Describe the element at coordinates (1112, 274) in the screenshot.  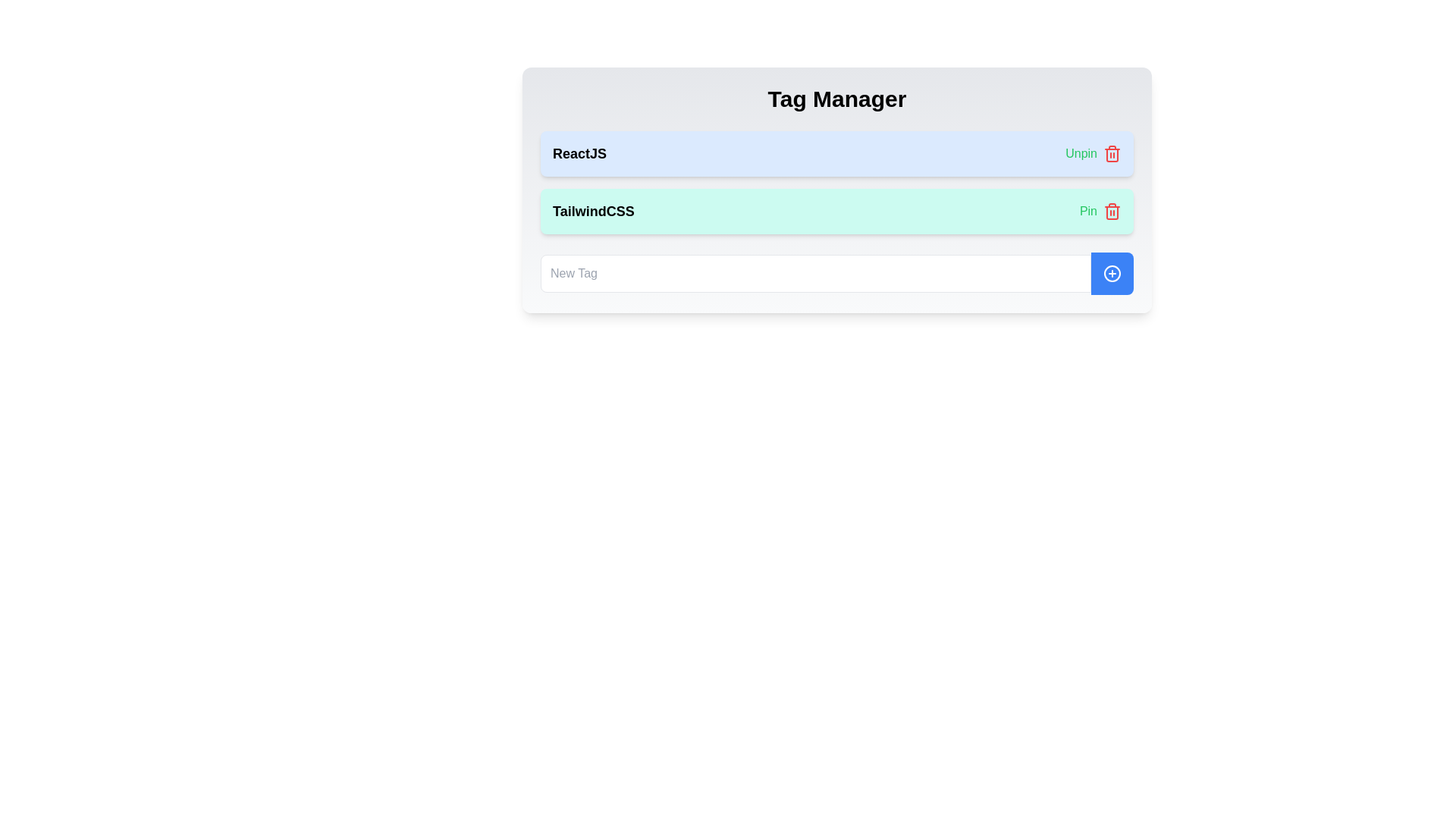
I see `the blue, rounded rectangle button located at the bottom-right of the interface` at that location.